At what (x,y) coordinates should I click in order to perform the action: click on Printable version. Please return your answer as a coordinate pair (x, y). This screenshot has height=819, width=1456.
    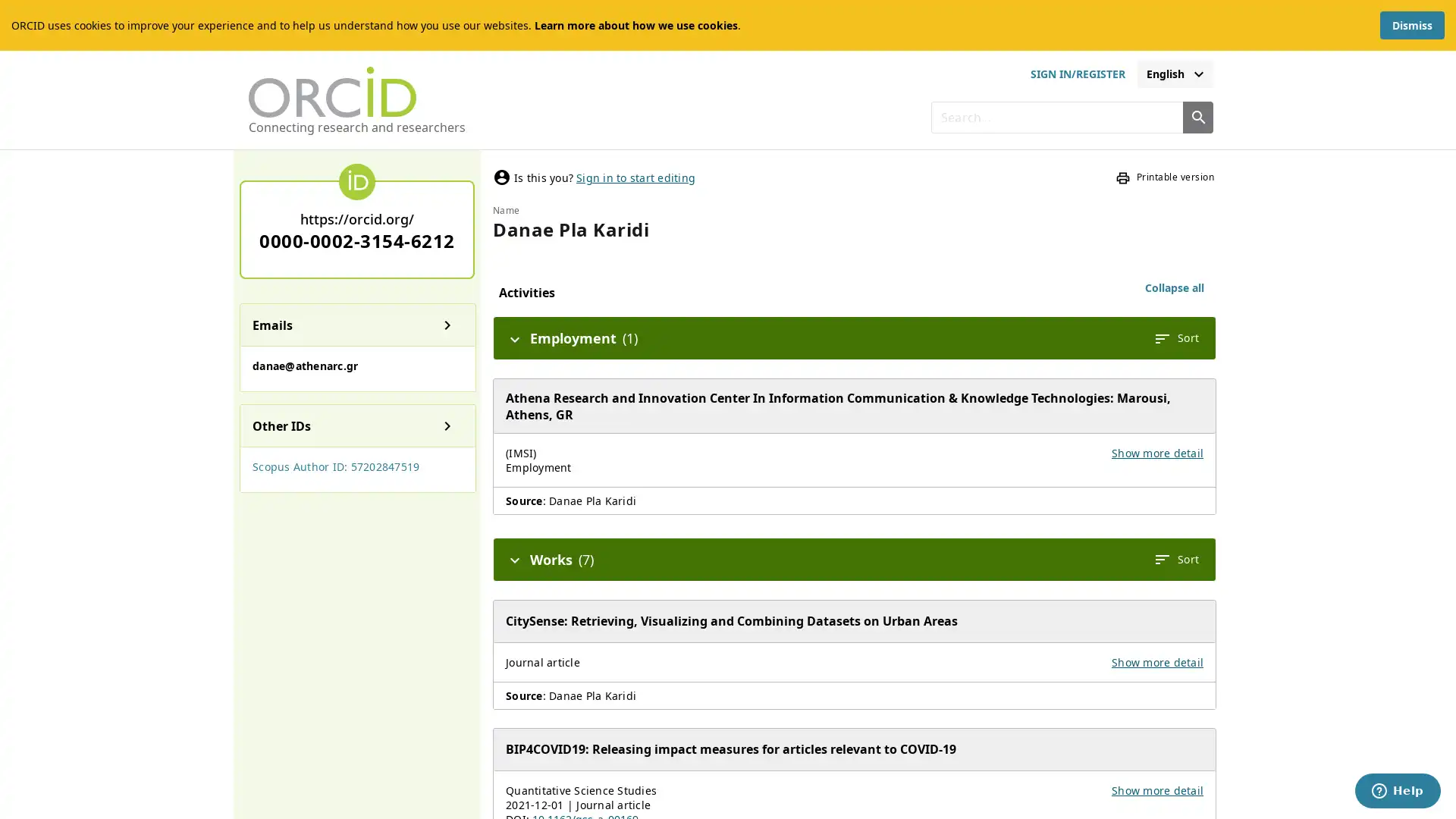
    Looking at the image, I should click on (1164, 177).